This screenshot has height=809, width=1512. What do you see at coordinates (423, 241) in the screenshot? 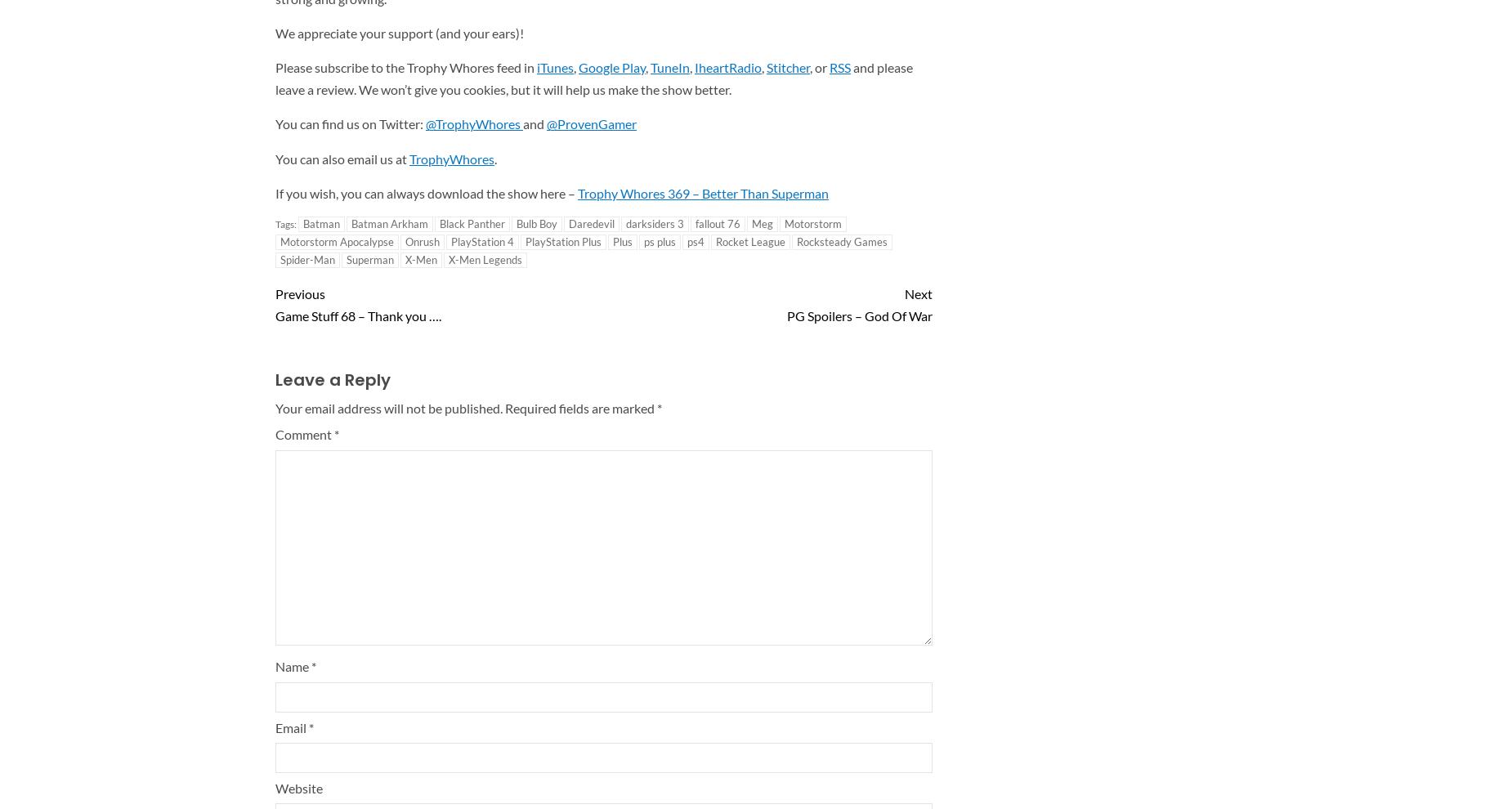
I see `'Onrush'` at bounding box center [423, 241].